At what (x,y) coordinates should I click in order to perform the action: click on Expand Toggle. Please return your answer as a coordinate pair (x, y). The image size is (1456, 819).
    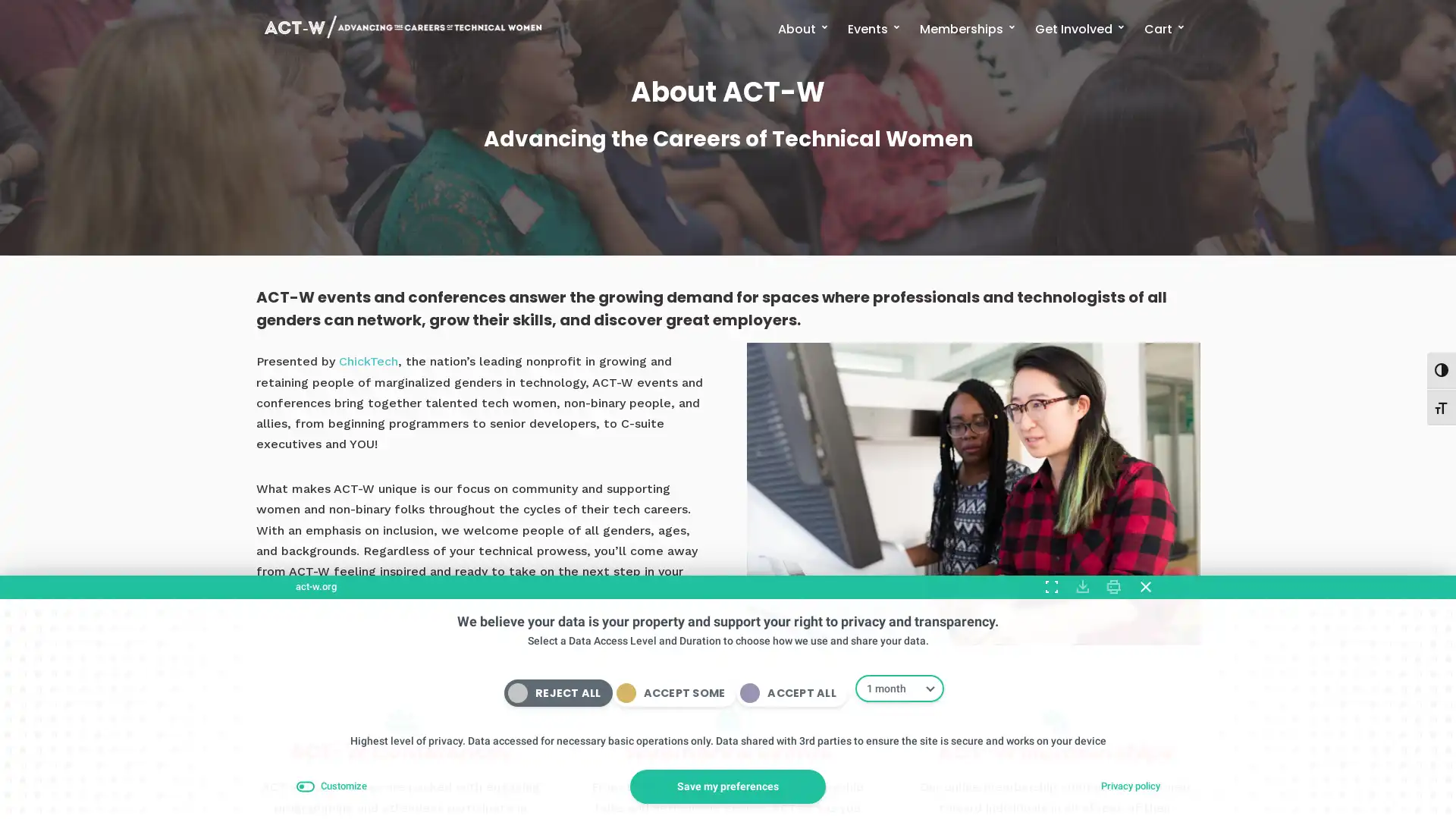
    Looking at the image, I should click on (1050, 585).